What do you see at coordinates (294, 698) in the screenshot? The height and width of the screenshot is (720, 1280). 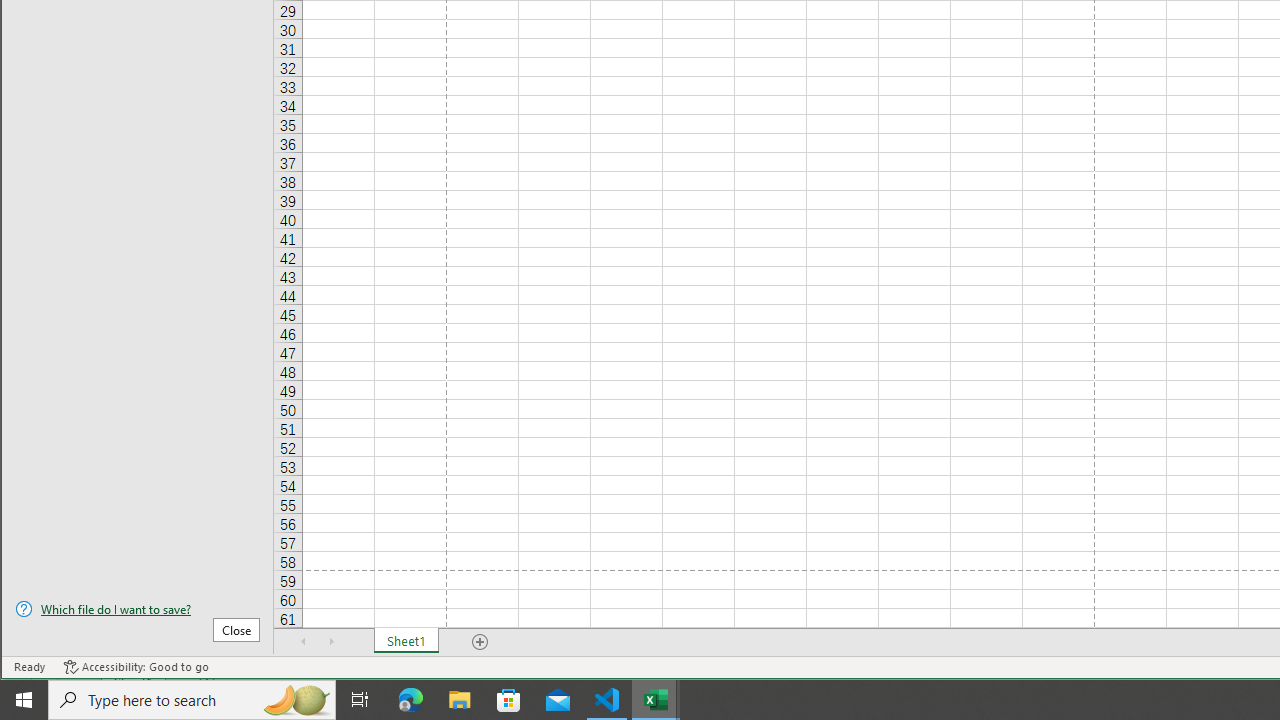 I see `'Search highlights icon opens search home window'` at bounding box center [294, 698].